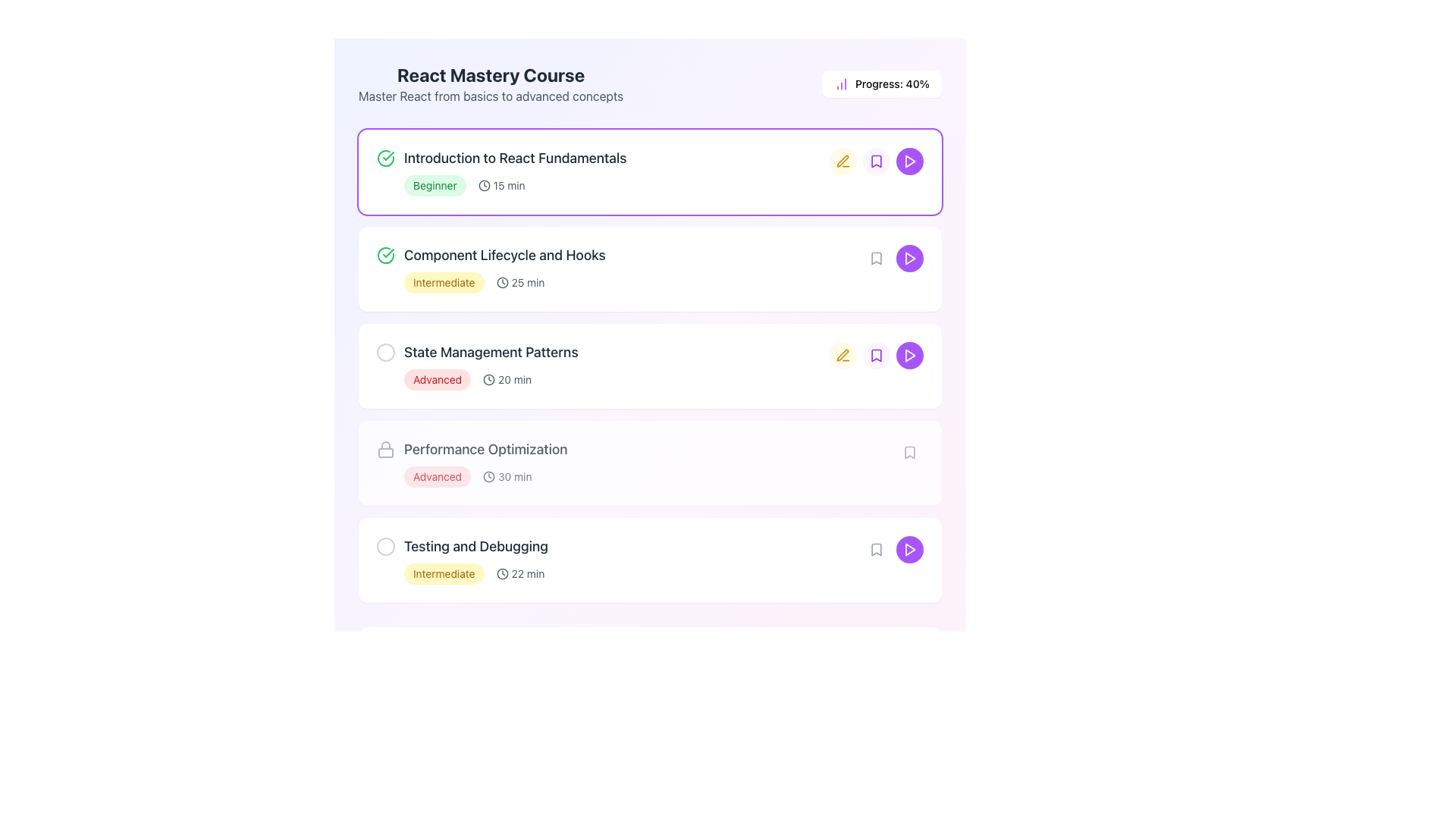 The width and height of the screenshot is (1456, 819). What do you see at coordinates (910, 550) in the screenshot?
I see `the play icon within the circular button on the far-right side of the last row in the course modules list` at bounding box center [910, 550].